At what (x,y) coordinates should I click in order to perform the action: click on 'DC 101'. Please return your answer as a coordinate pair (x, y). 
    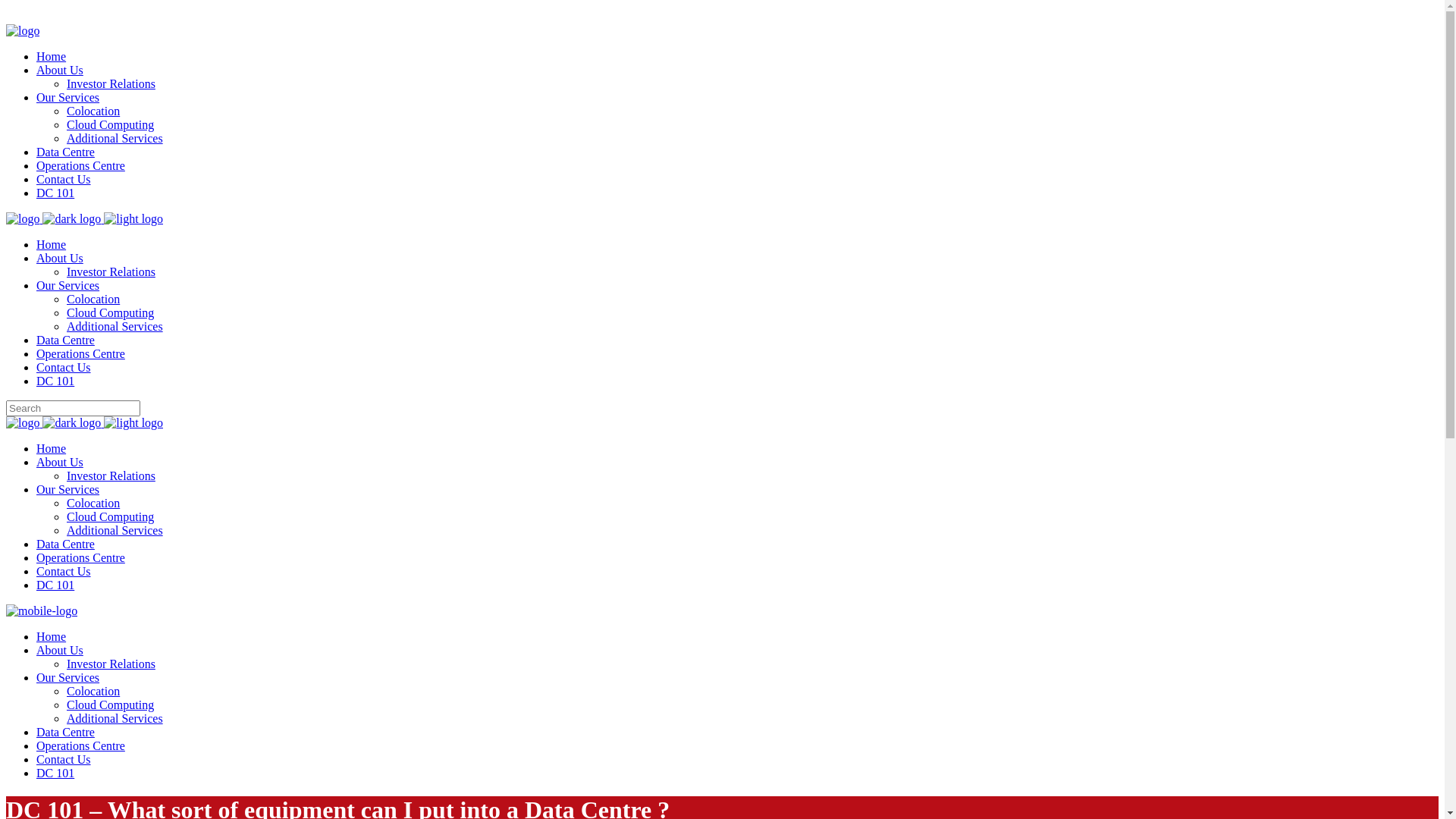
    Looking at the image, I should click on (36, 773).